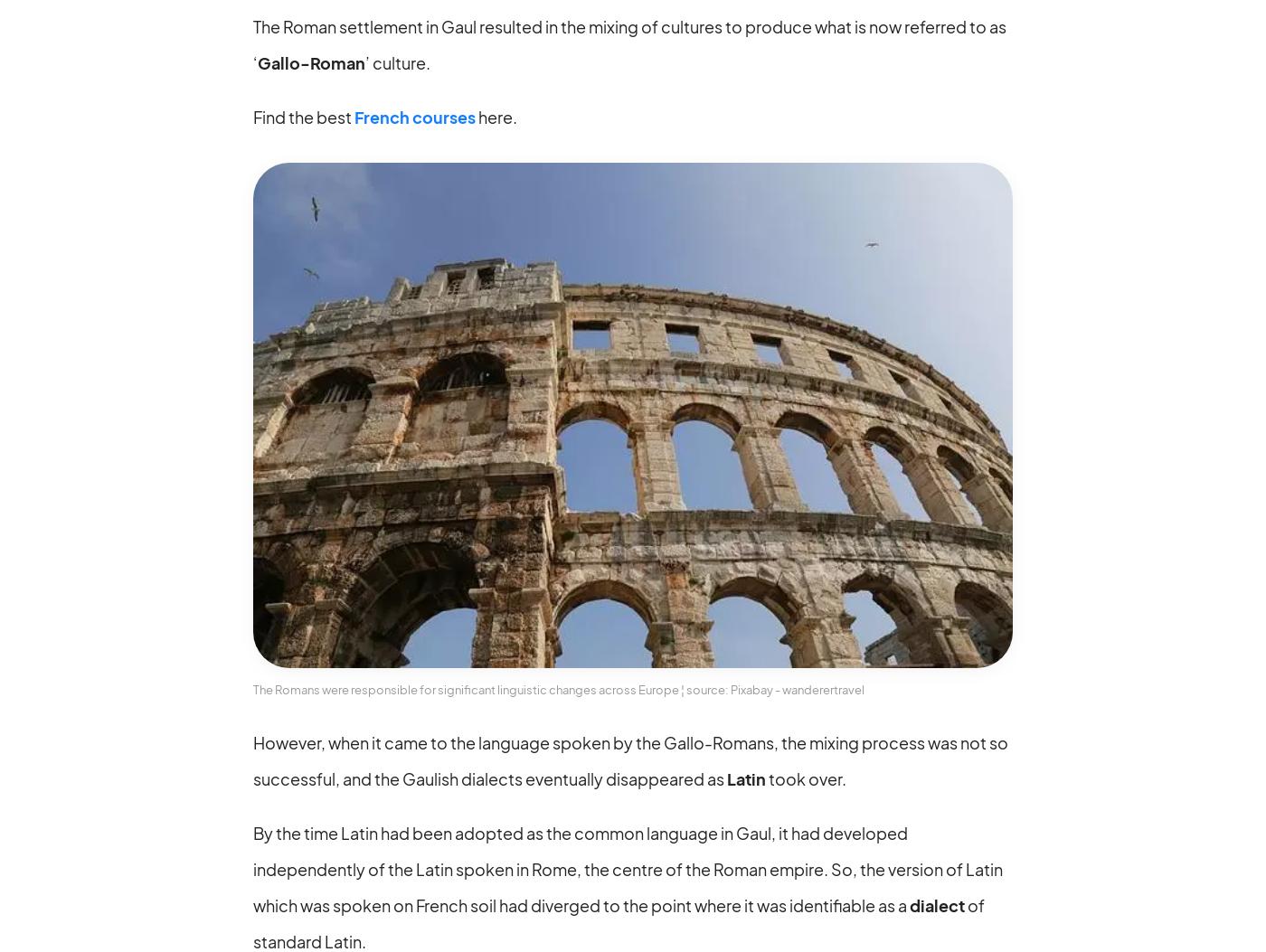 This screenshot has width=1266, height=952. Describe the element at coordinates (630, 759) in the screenshot. I see `'However, when it came to the language spoken by the Gallo-Romans, the mixing process was not so successful, and the Gaulish dialects eventually disappeared as'` at that location.